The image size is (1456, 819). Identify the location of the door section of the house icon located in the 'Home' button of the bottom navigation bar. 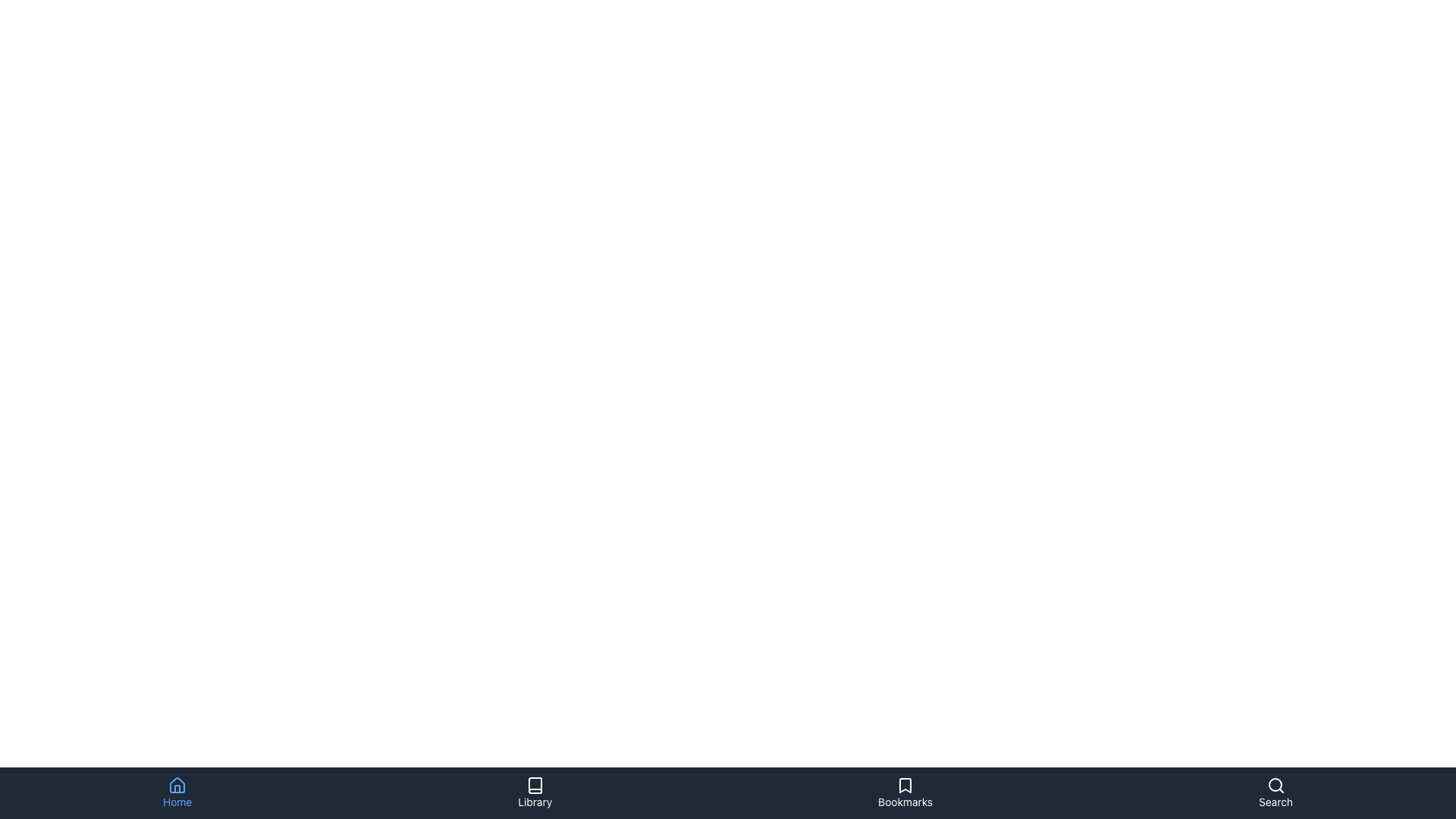
(177, 788).